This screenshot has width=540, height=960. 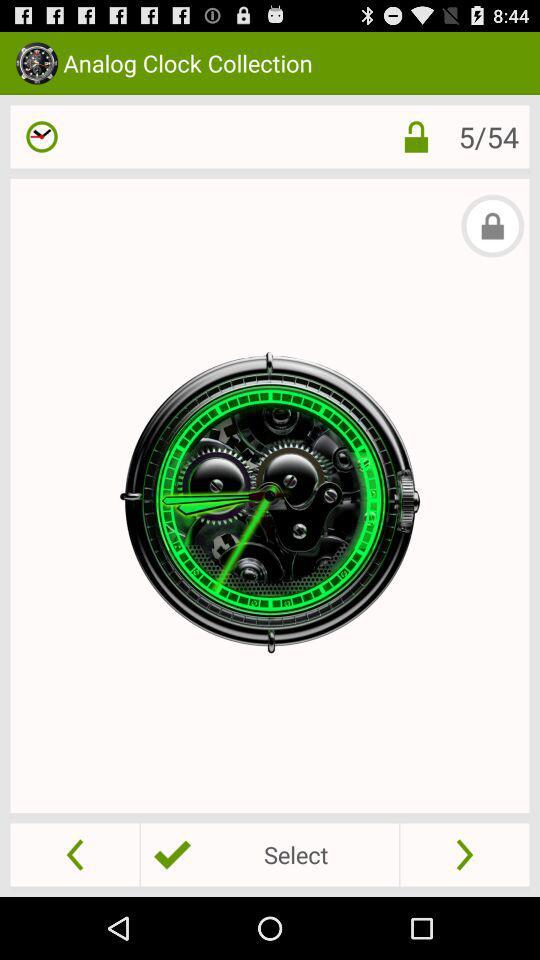 What do you see at coordinates (74, 853) in the screenshot?
I see `previous` at bounding box center [74, 853].